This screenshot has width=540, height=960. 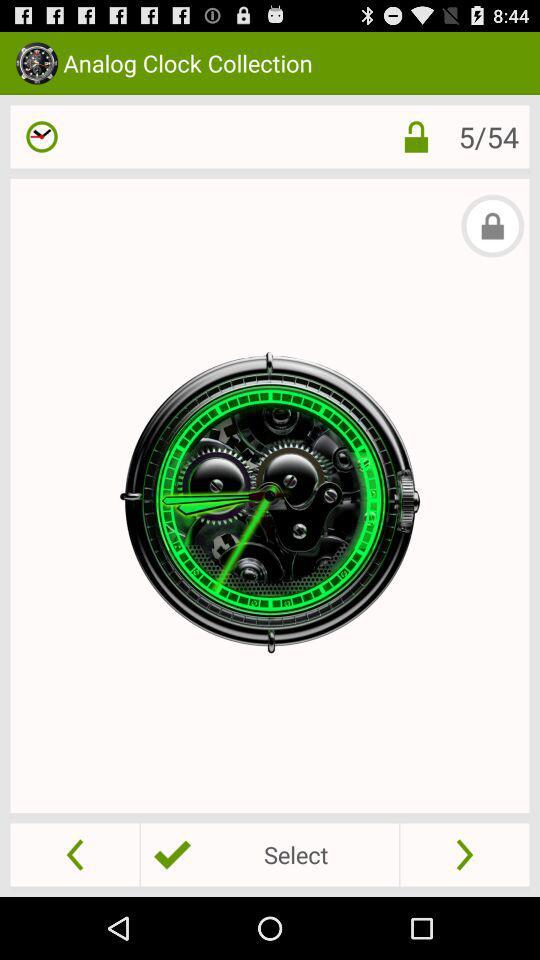 What do you see at coordinates (74, 853) in the screenshot?
I see `previous` at bounding box center [74, 853].